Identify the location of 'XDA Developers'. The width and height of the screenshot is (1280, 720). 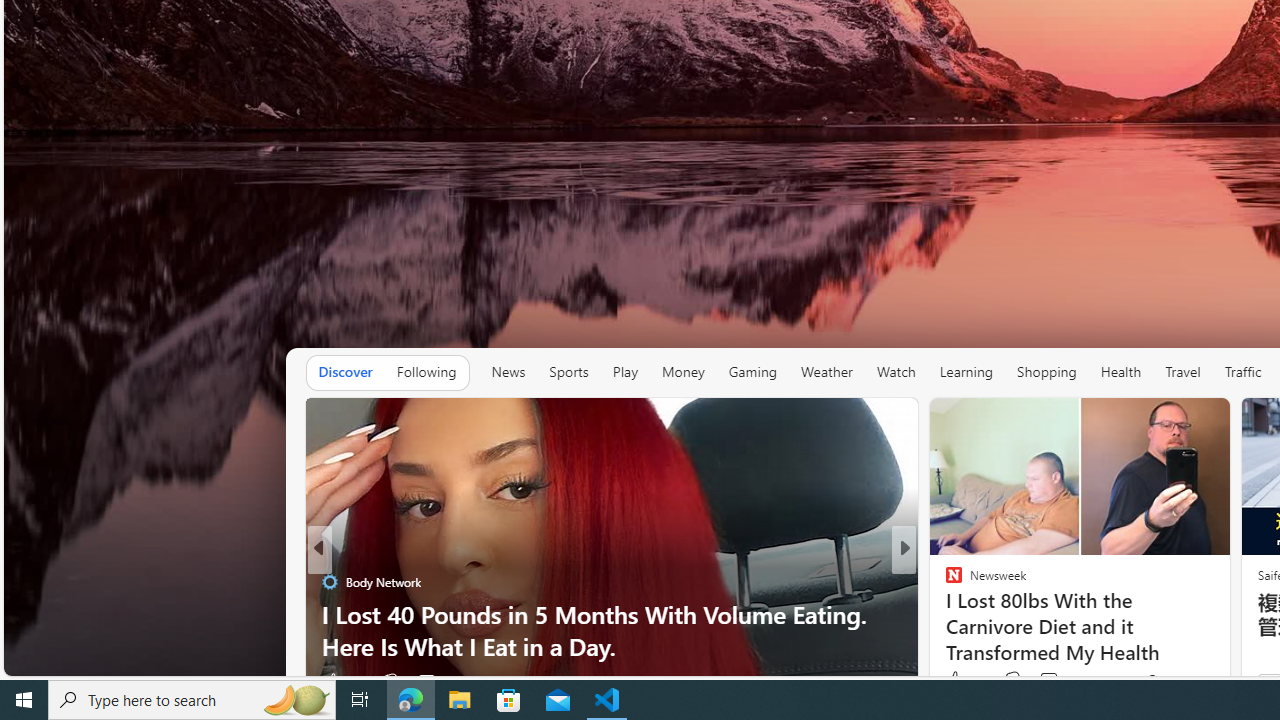
(944, 613).